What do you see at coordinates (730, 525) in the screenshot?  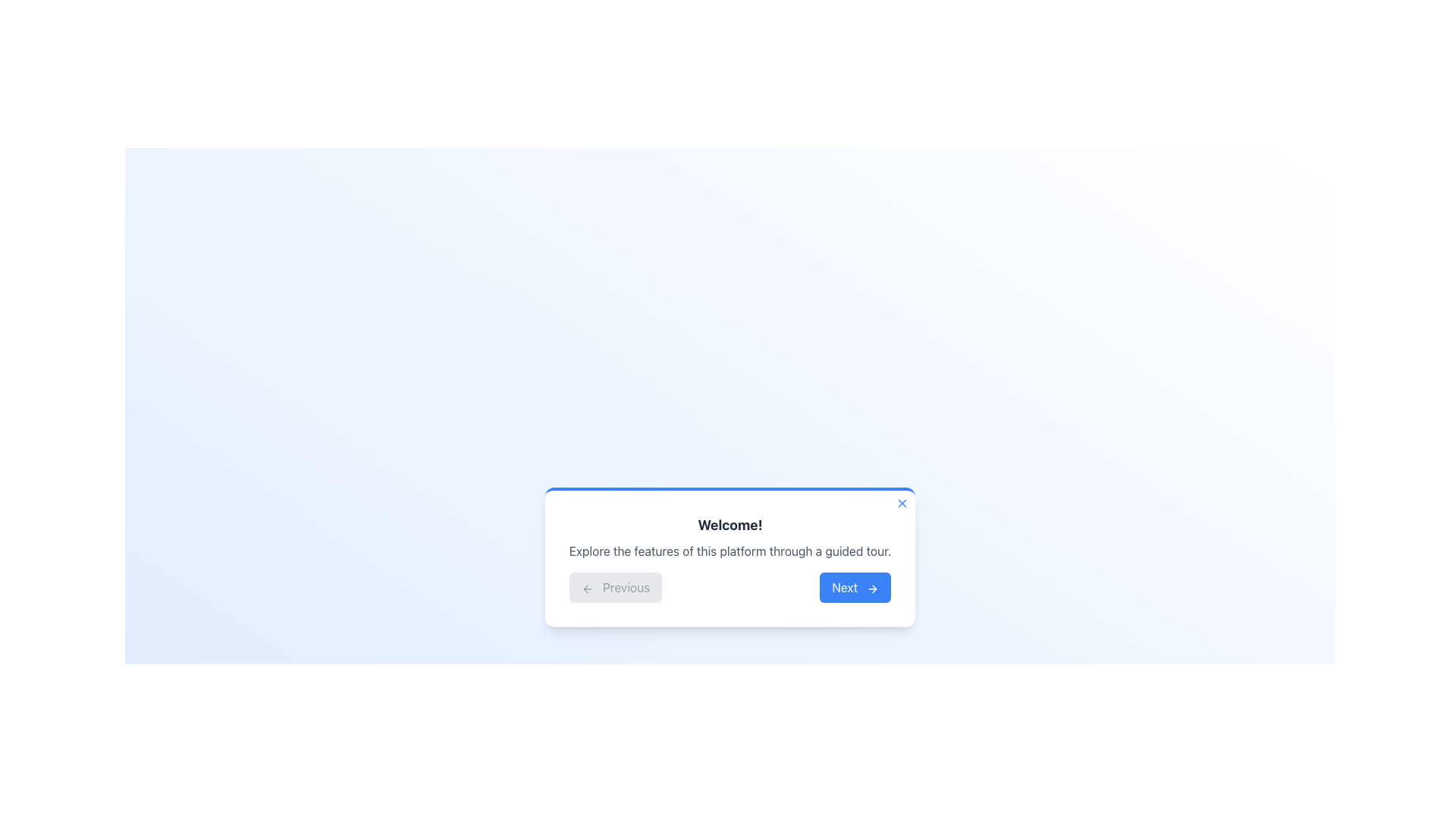 I see `the heading text displaying 'Welcome!' which is styled in bold, black font and positioned at the top of the modal box` at bounding box center [730, 525].